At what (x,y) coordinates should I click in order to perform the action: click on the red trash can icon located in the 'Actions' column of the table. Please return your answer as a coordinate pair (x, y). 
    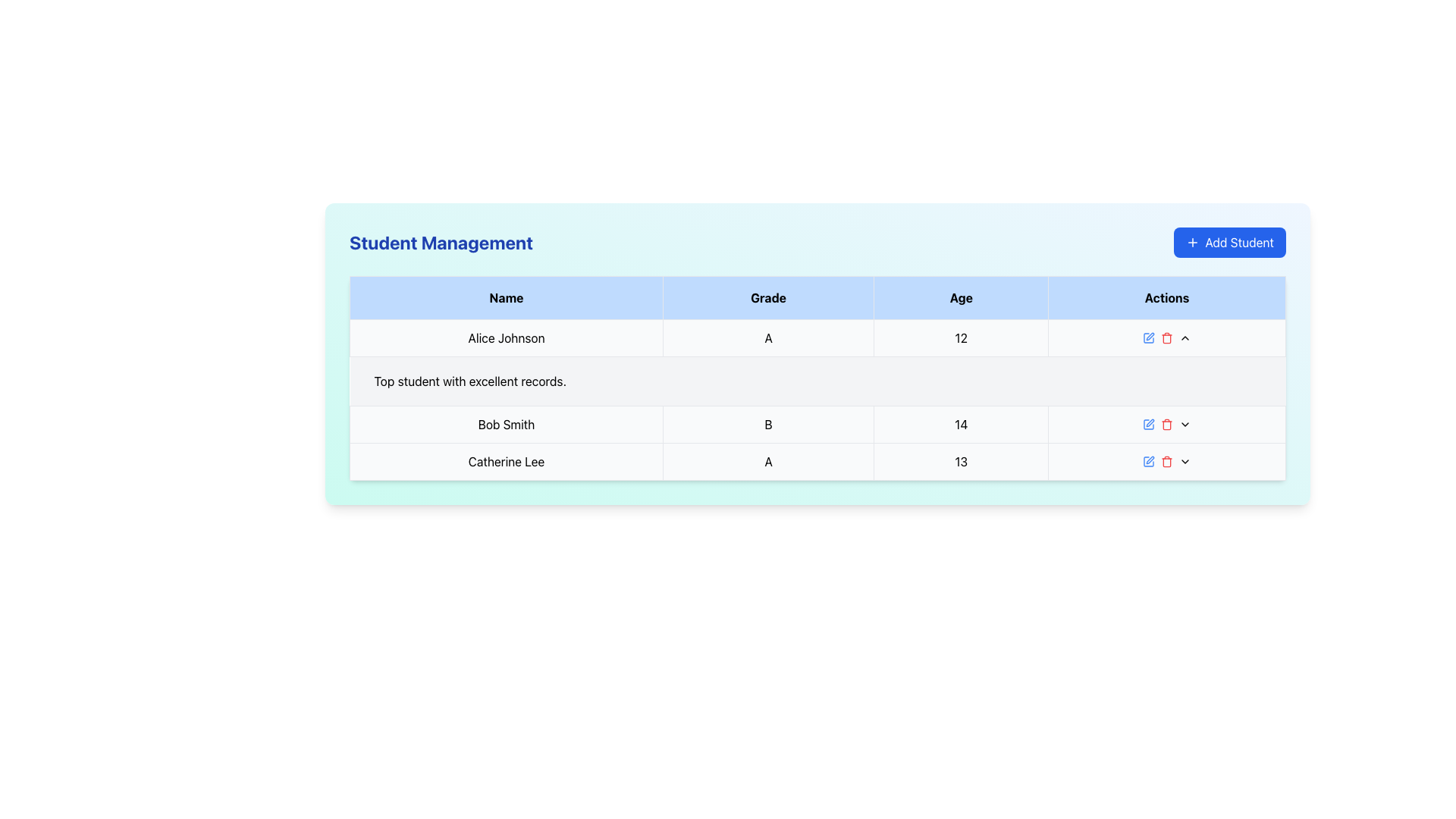
    Looking at the image, I should click on (1166, 462).